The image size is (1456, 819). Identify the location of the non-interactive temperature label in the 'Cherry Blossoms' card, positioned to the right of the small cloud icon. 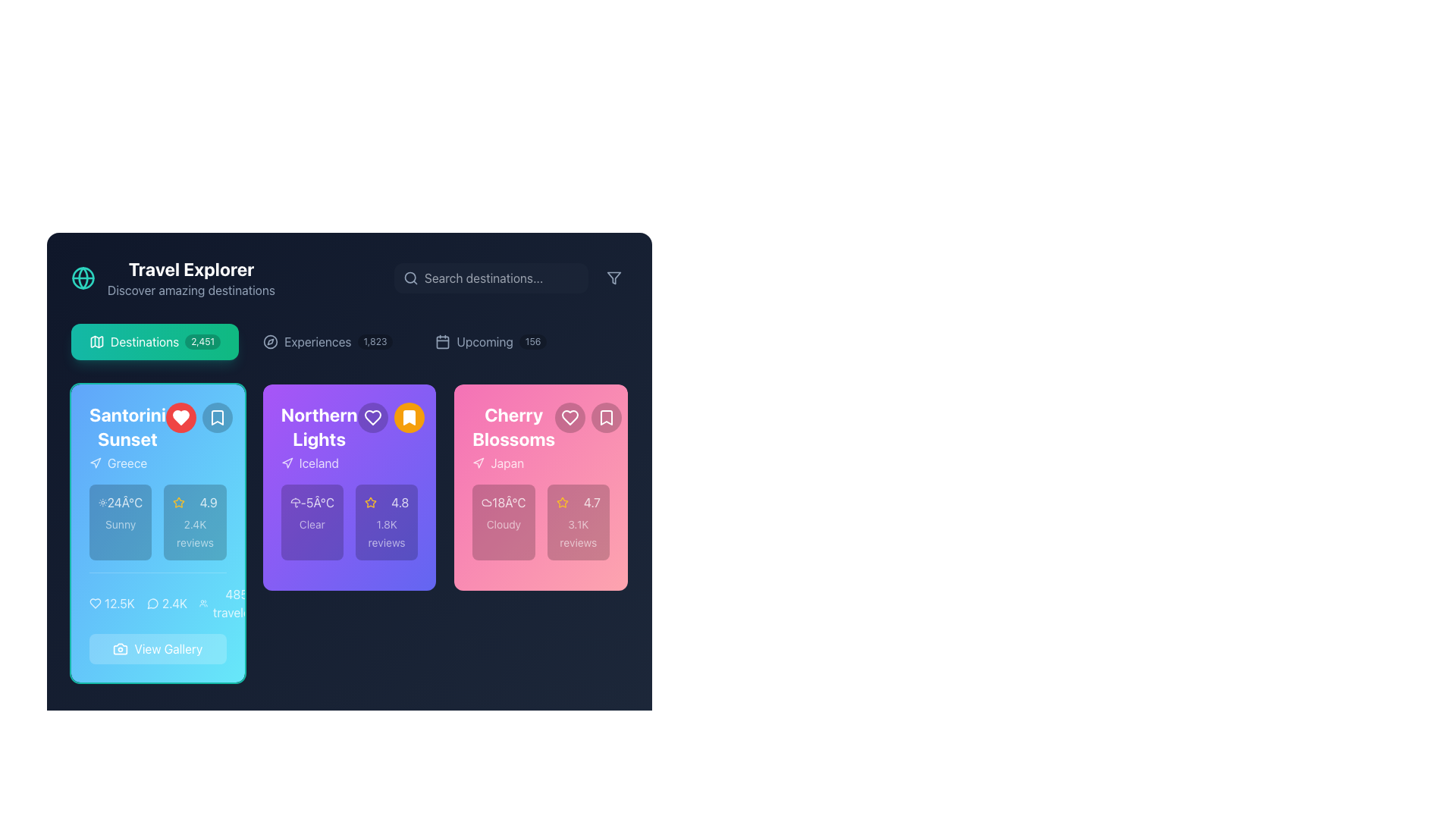
(504, 503).